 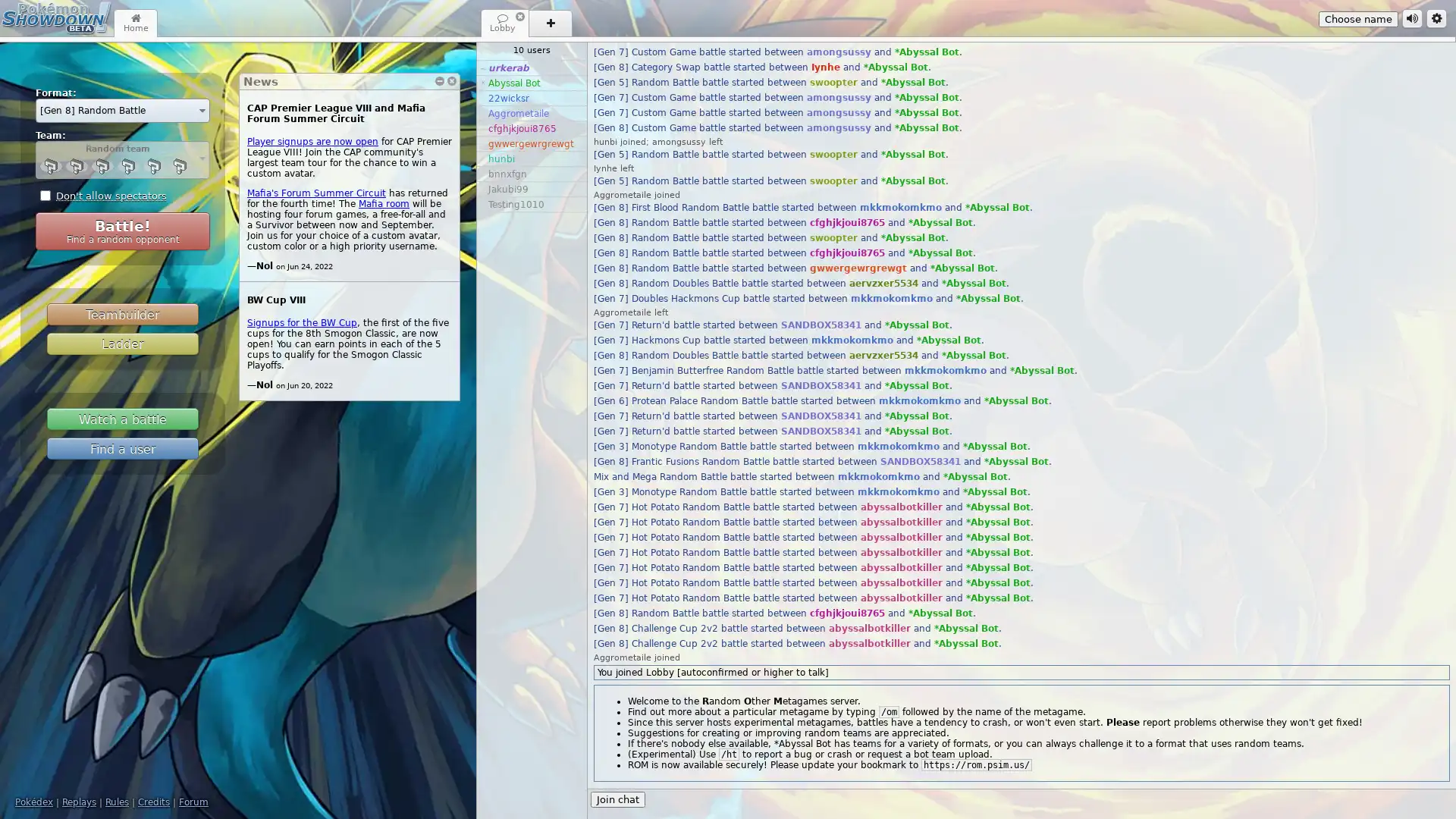 What do you see at coordinates (618, 799) in the screenshot?
I see `Join chat` at bounding box center [618, 799].